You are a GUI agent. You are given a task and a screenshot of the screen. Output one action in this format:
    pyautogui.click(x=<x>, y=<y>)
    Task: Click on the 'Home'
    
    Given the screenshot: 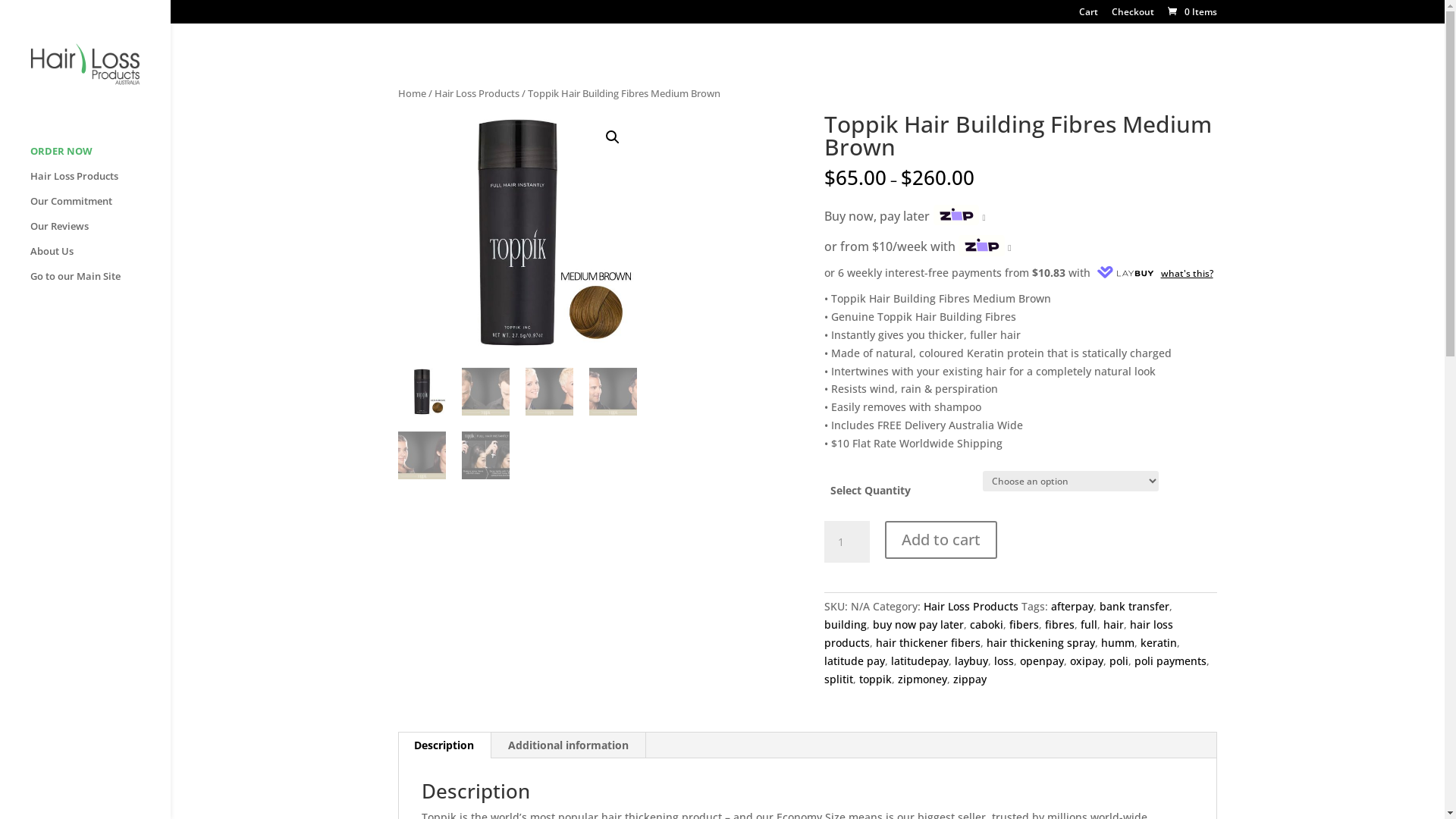 What is the action you would take?
    pyautogui.click(x=412, y=93)
    